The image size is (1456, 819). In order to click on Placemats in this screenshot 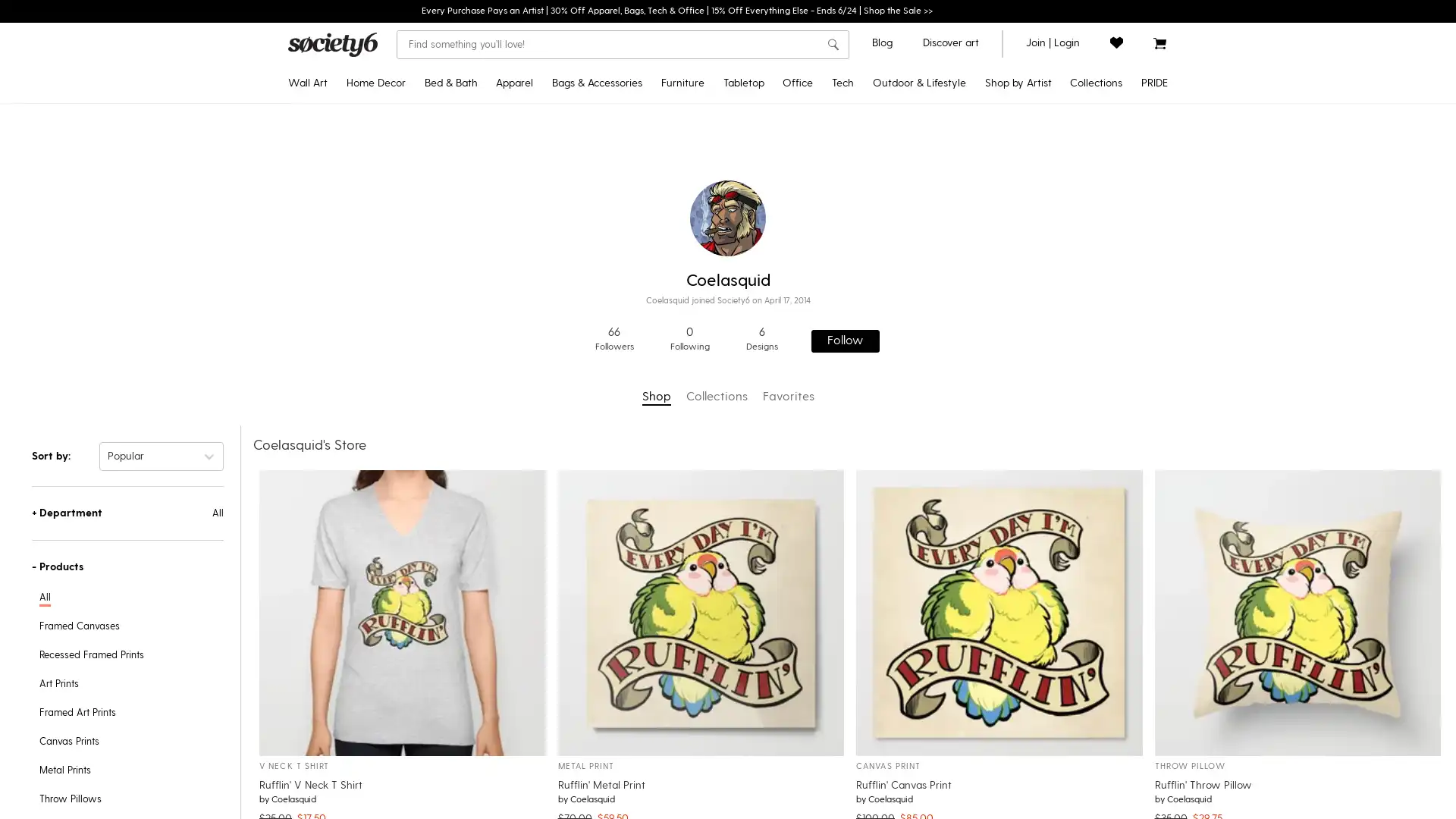, I will do `click(771, 219)`.